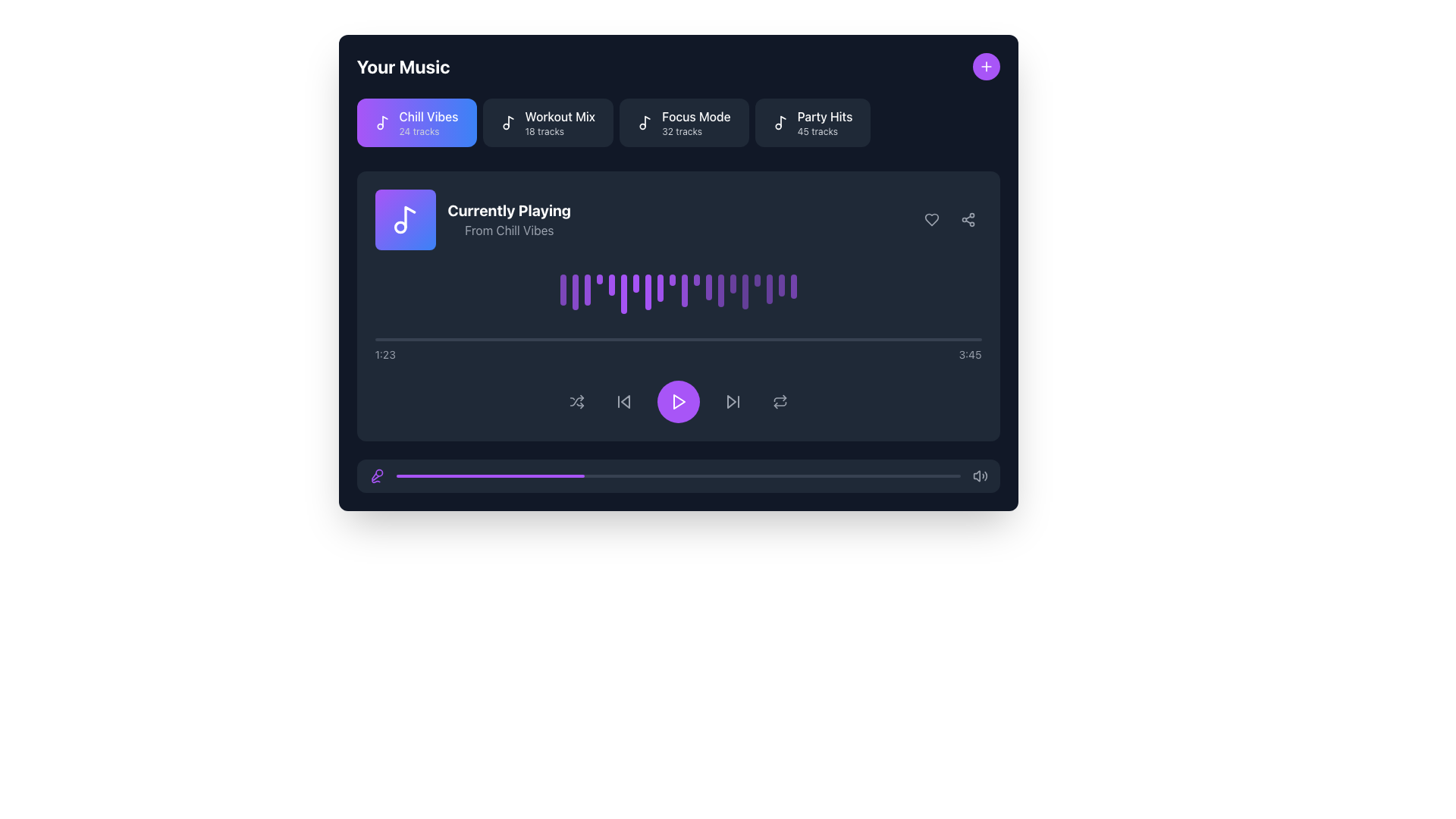 The width and height of the screenshot is (1456, 819). I want to click on the vibrant purple microphone icon located in the lower-left part of the interface module, which is within a rounded rectangle and is the first element among its siblings, so click(376, 475).